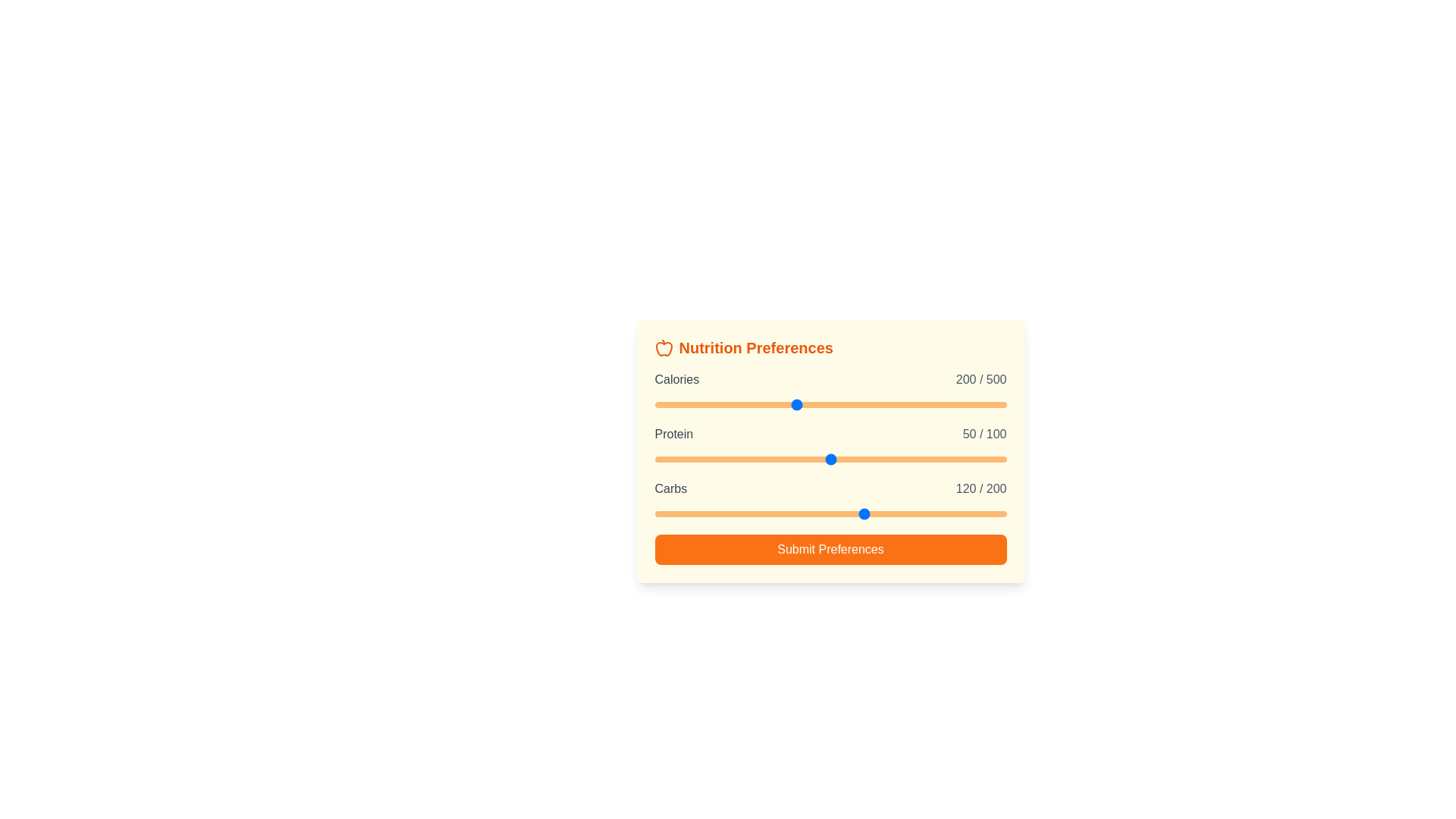 This screenshot has width=1456, height=819. I want to click on the static text element that displays the user's current and target carbohydrate levels, located at the right-hand side of the 'Carbs' row in the nutrition preferences section, so click(981, 488).